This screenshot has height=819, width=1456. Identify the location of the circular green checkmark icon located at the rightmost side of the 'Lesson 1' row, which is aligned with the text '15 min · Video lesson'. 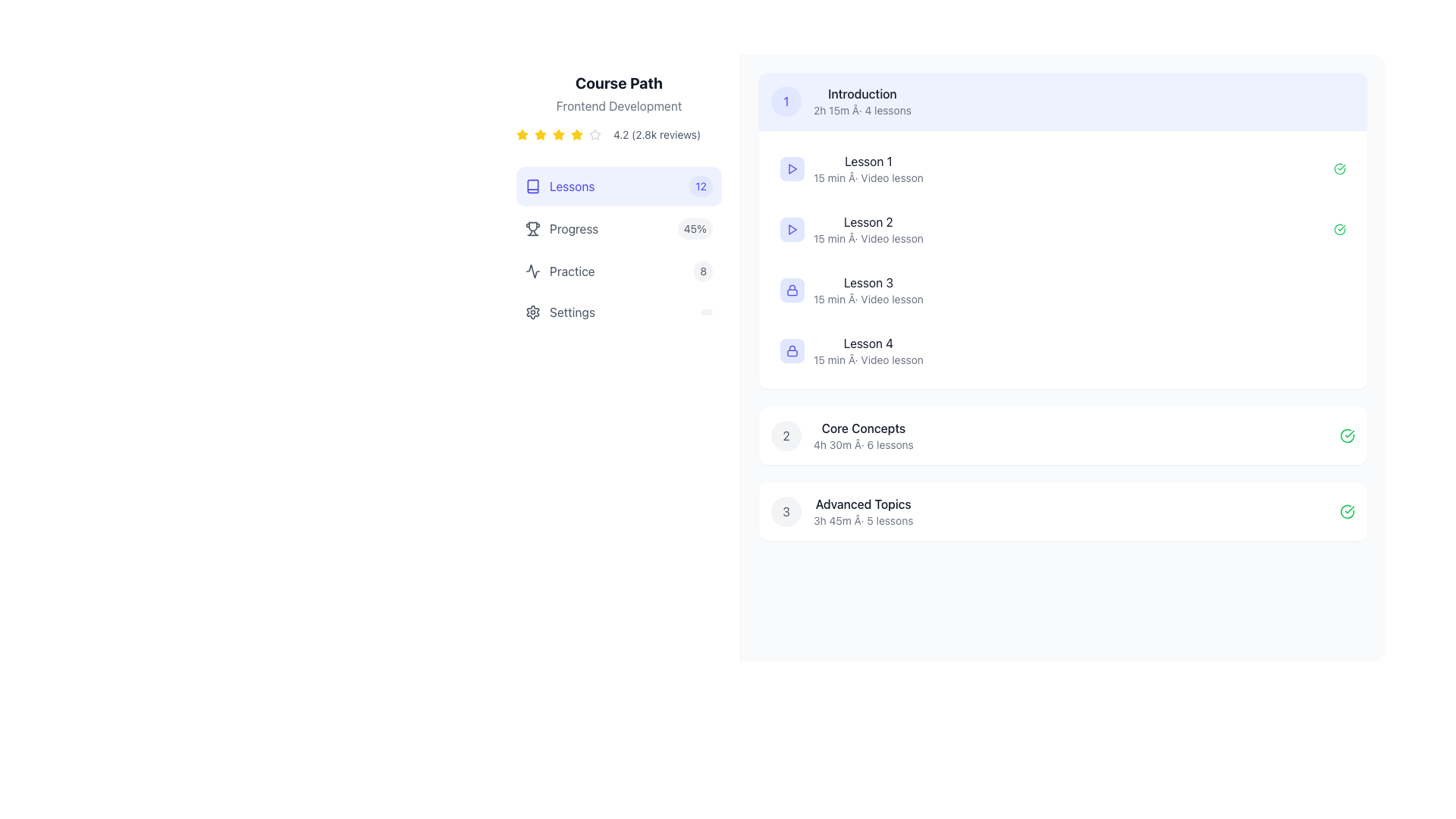
(1339, 169).